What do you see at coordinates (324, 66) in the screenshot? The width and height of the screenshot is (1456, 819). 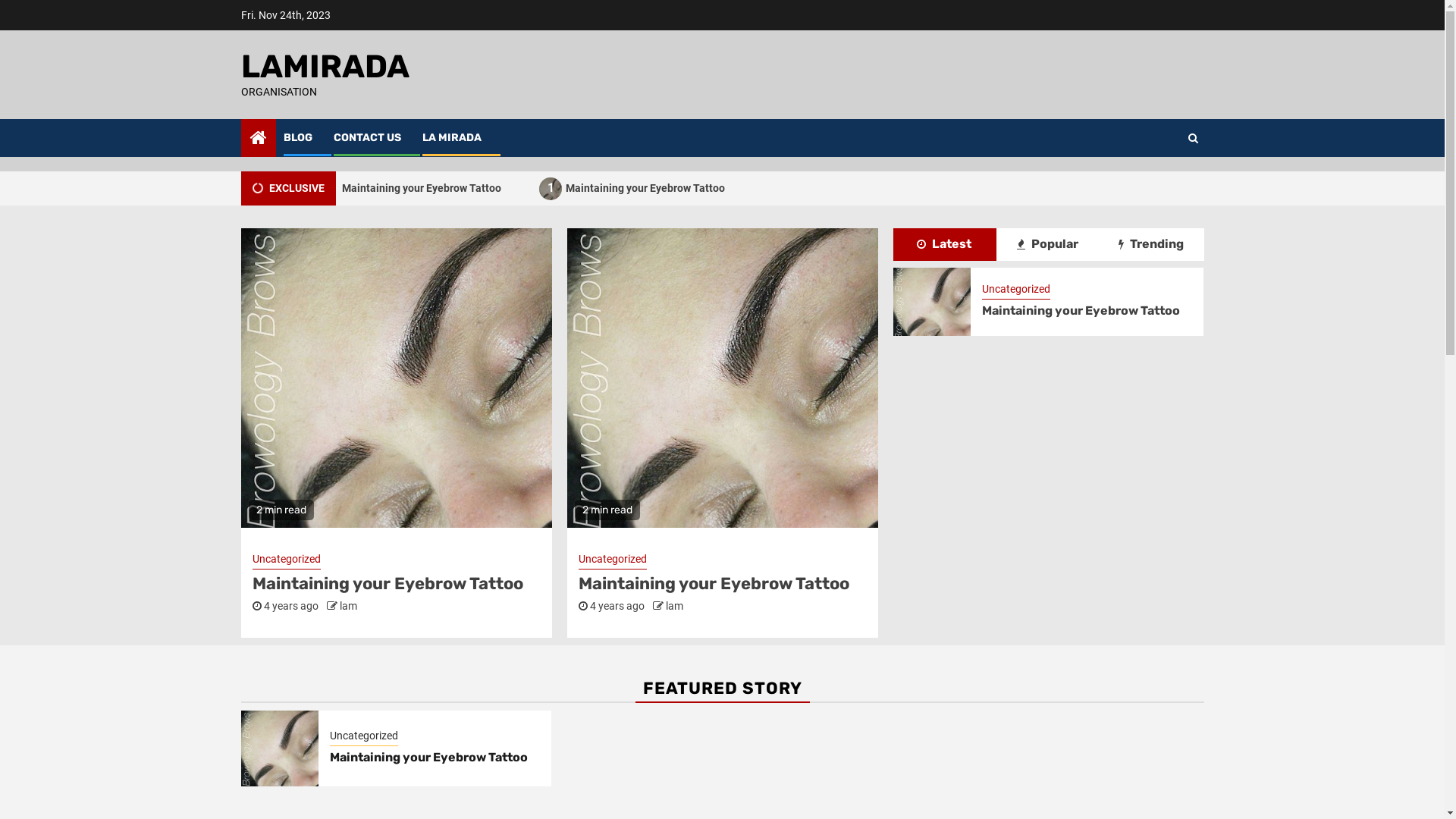 I see `'LAMIRADA'` at bounding box center [324, 66].